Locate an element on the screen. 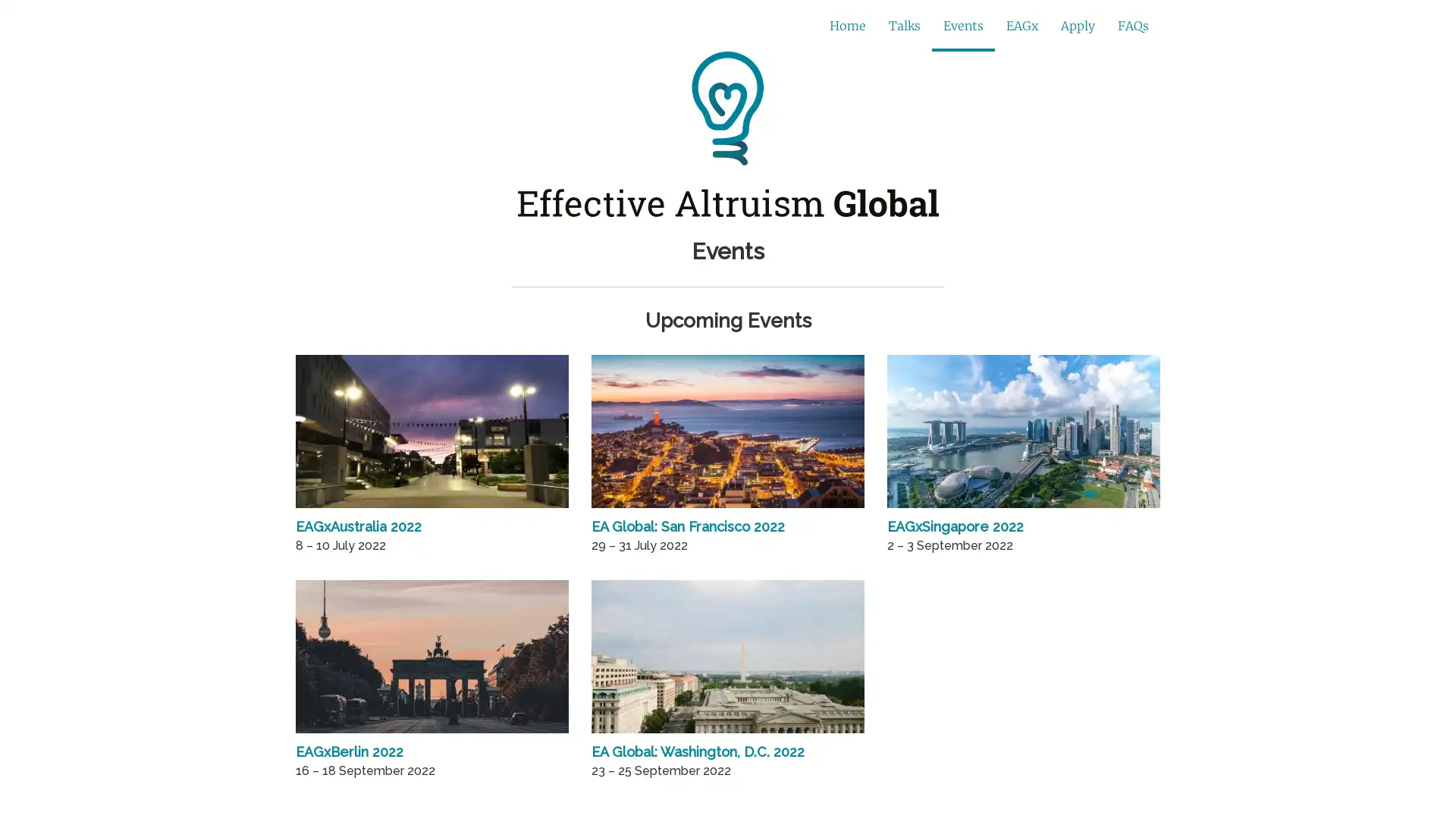 The width and height of the screenshot is (1456, 819). Join is located at coordinates (993, 27).